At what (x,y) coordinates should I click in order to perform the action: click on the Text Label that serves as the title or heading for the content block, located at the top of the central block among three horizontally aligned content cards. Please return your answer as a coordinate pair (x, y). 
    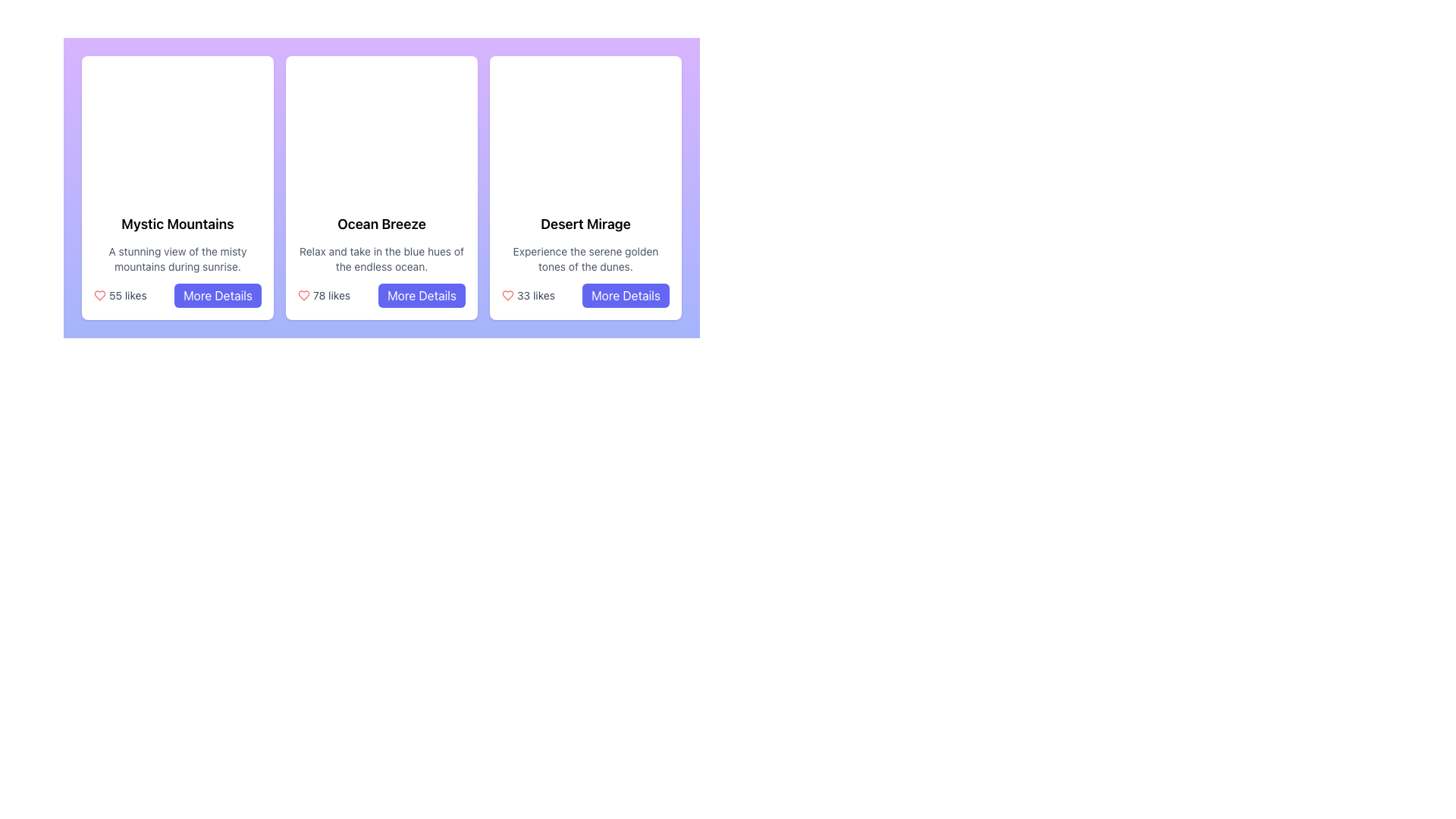
    Looking at the image, I should click on (381, 224).